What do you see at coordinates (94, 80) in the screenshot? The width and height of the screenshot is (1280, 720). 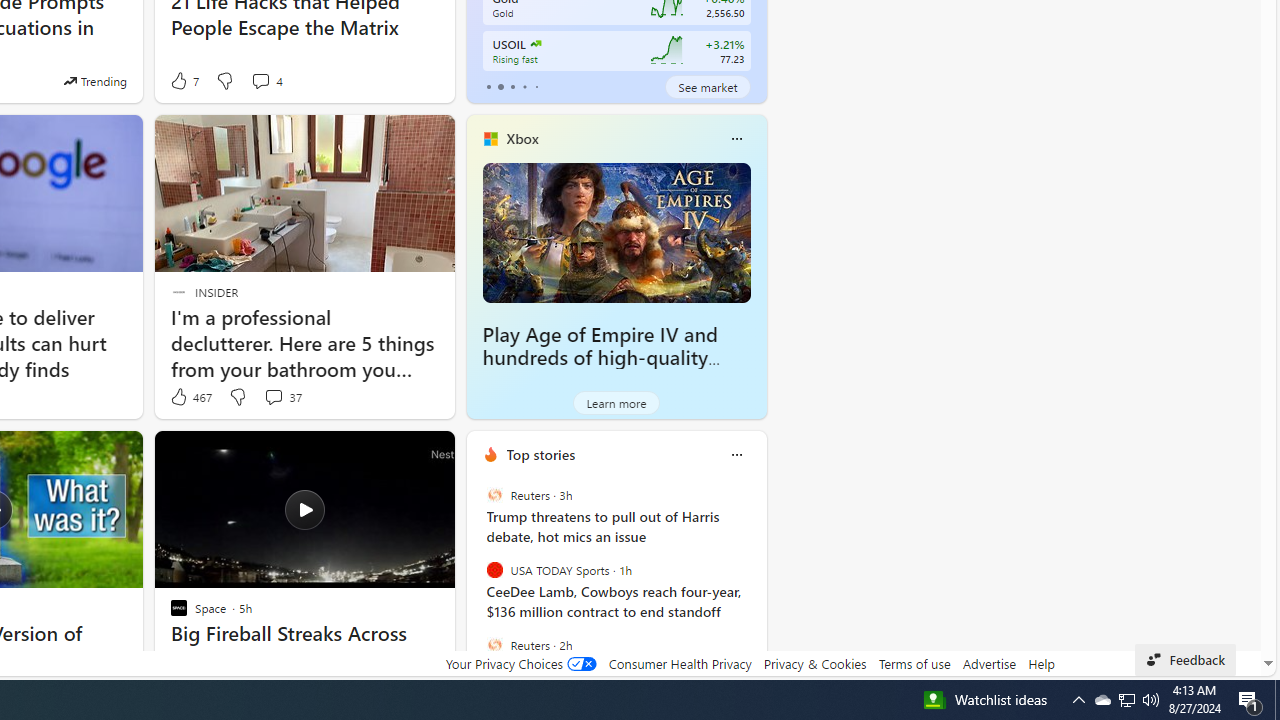 I see `'This story is trending'` at bounding box center [94, 80].